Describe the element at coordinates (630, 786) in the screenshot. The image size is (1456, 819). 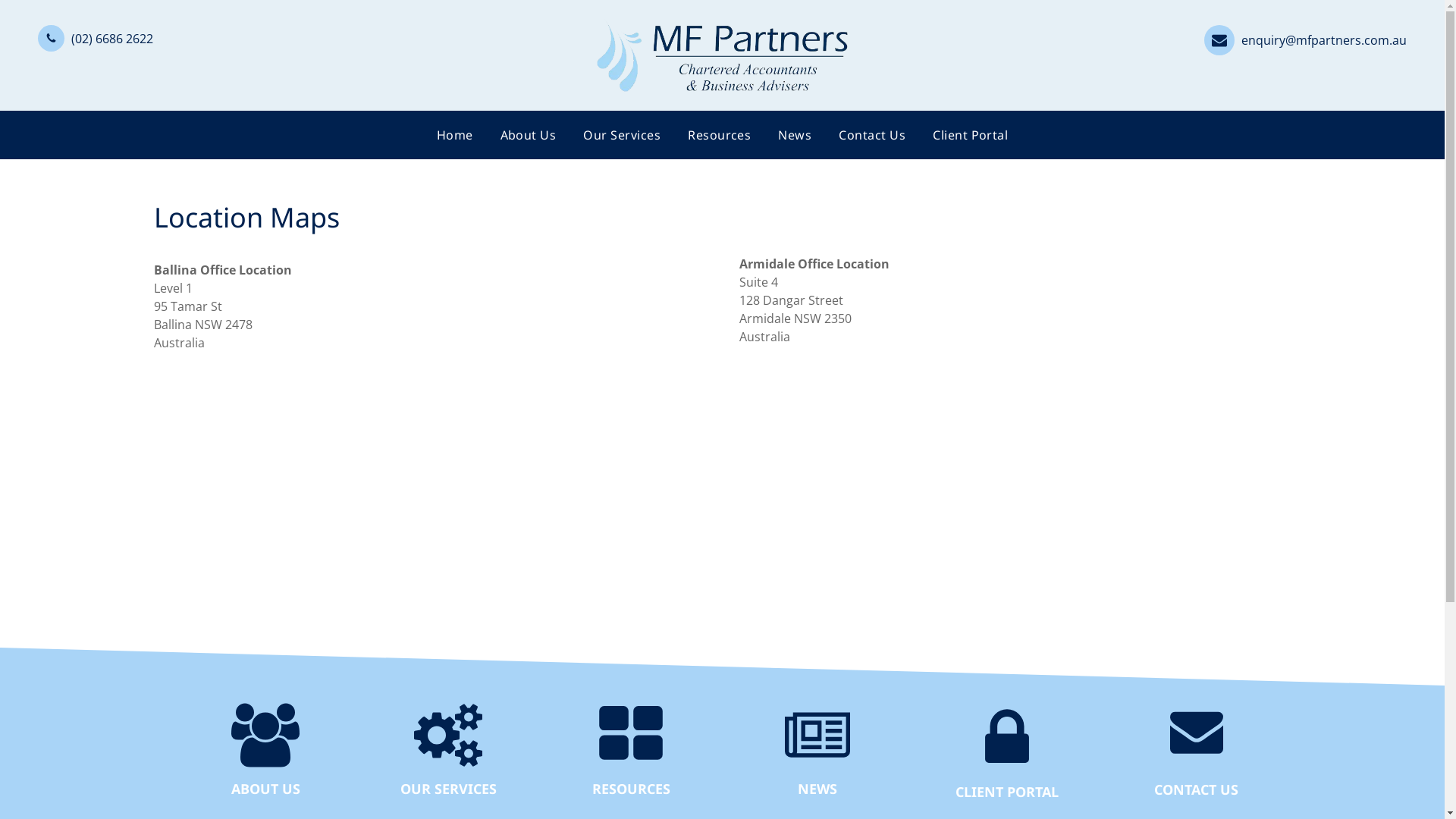
I see `'RESOURCES'` at that location.